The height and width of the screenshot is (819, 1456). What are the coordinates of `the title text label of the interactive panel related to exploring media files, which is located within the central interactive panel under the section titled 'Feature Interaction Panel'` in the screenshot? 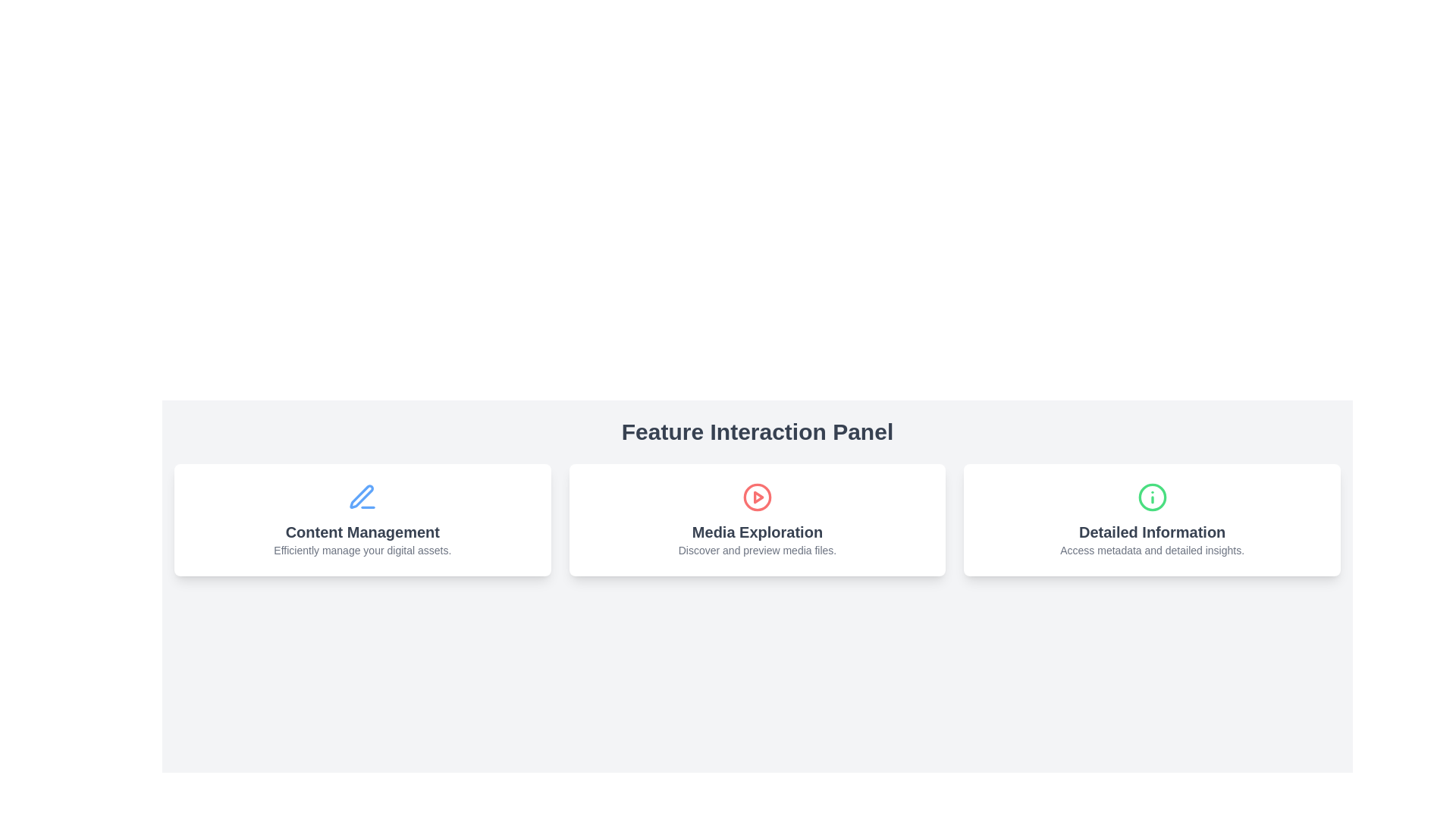 It's located at (757, 532).